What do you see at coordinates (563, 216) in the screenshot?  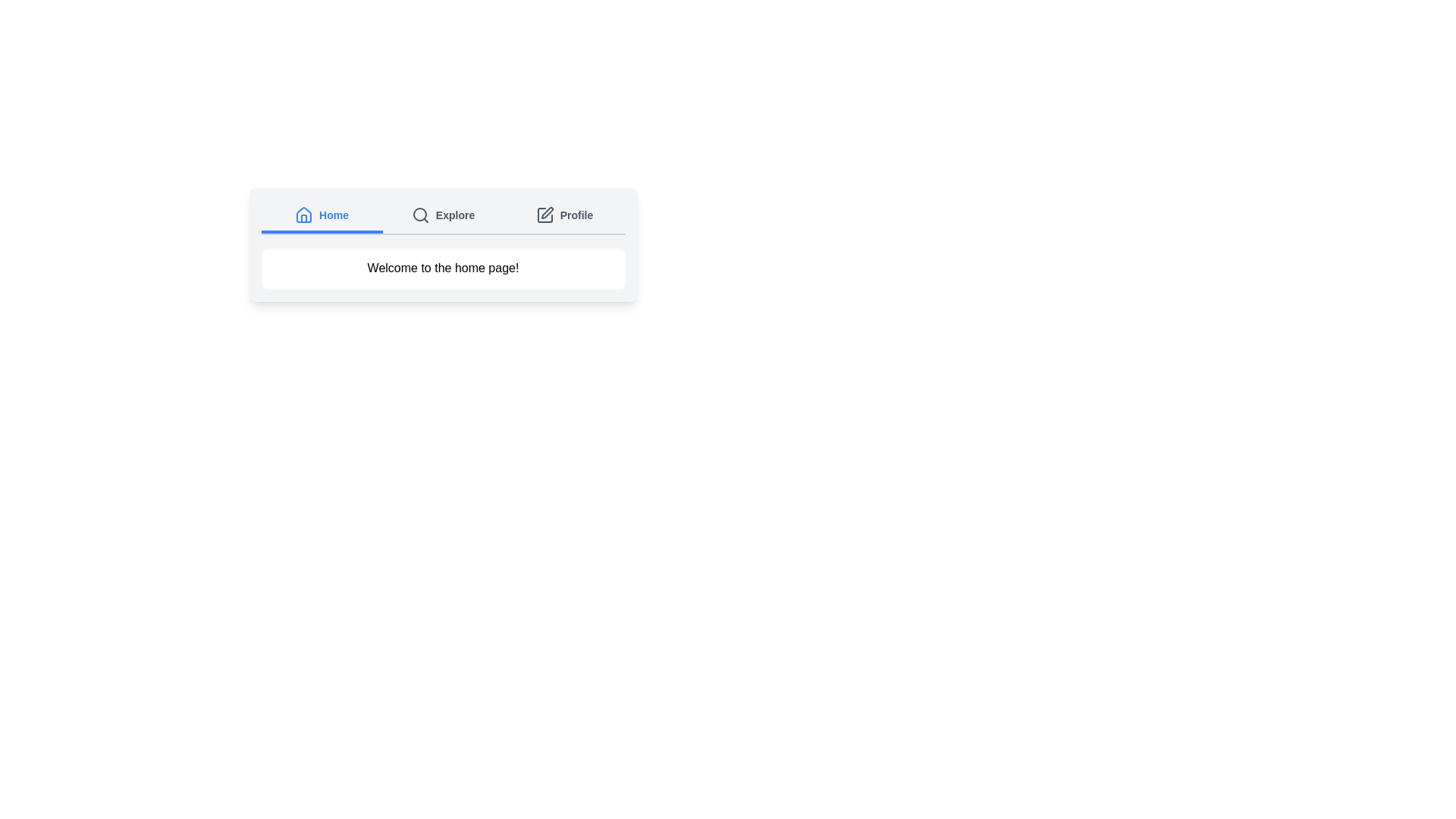 I see `the Profile tab by clicking on its label` at bounding box center [563, 216].